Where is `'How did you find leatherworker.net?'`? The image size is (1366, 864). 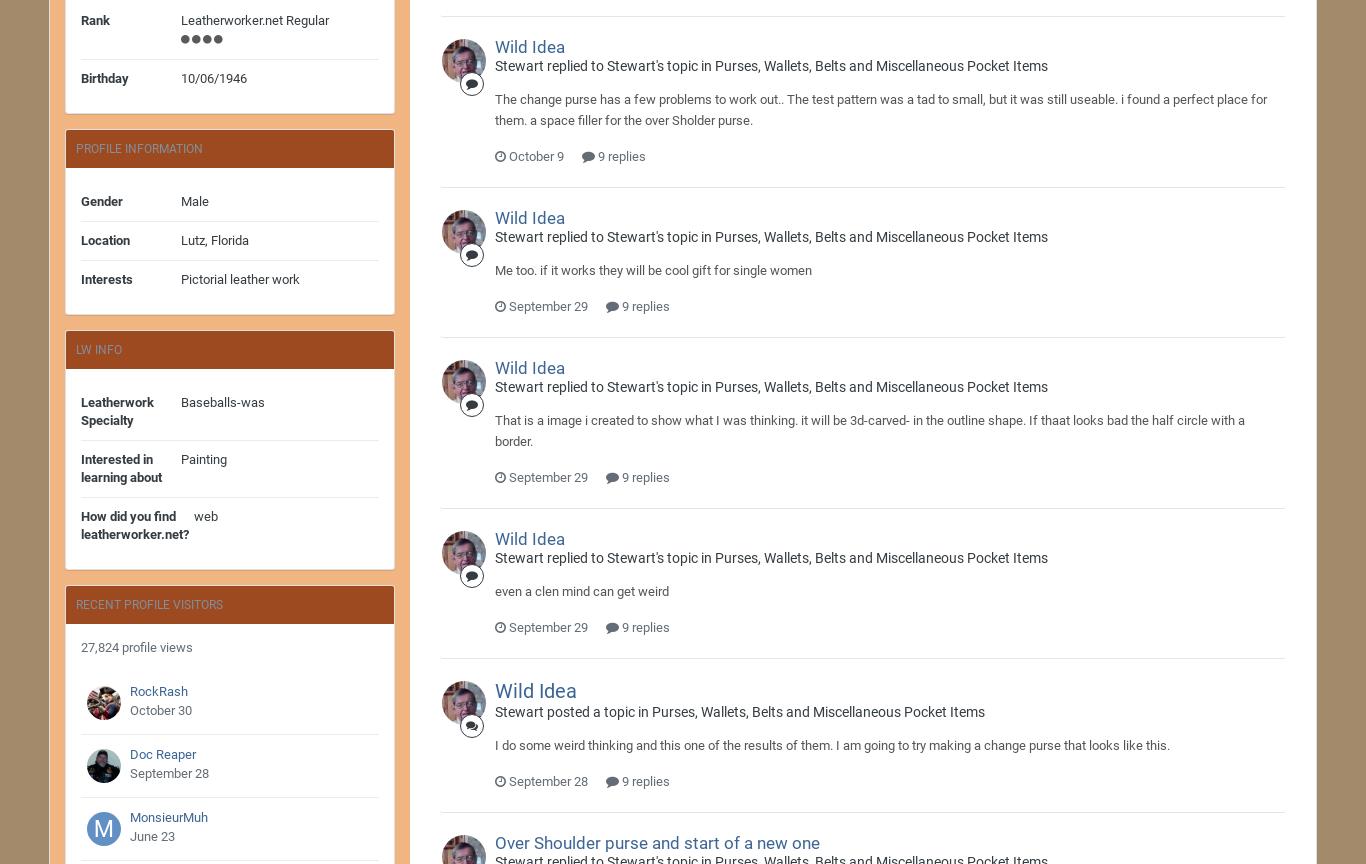
'How did you find leatherworker.net?' is located at coordinates (133, 525).